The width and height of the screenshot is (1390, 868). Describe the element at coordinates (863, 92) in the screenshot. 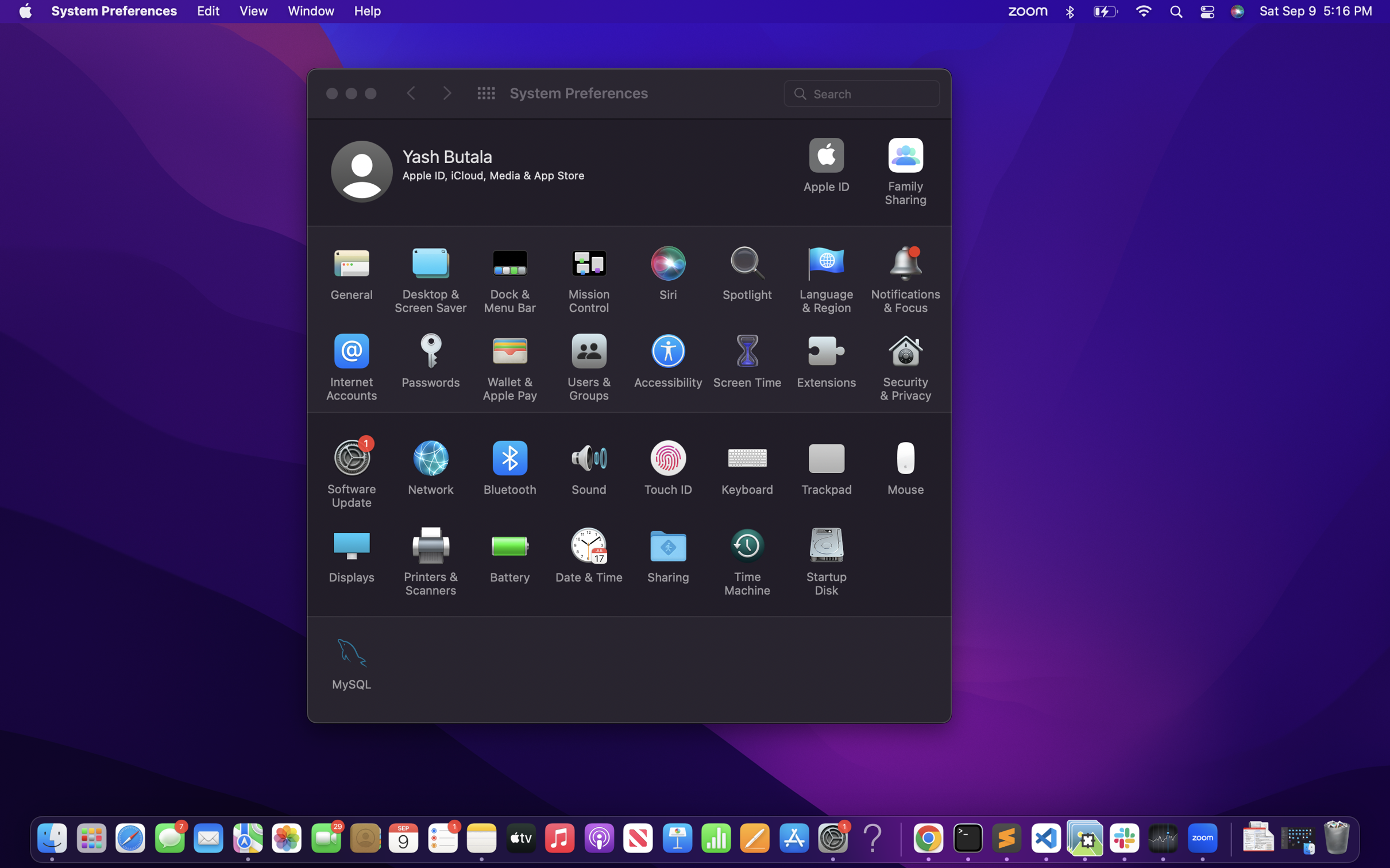

I see `the hardware settings using the search function` at that location.